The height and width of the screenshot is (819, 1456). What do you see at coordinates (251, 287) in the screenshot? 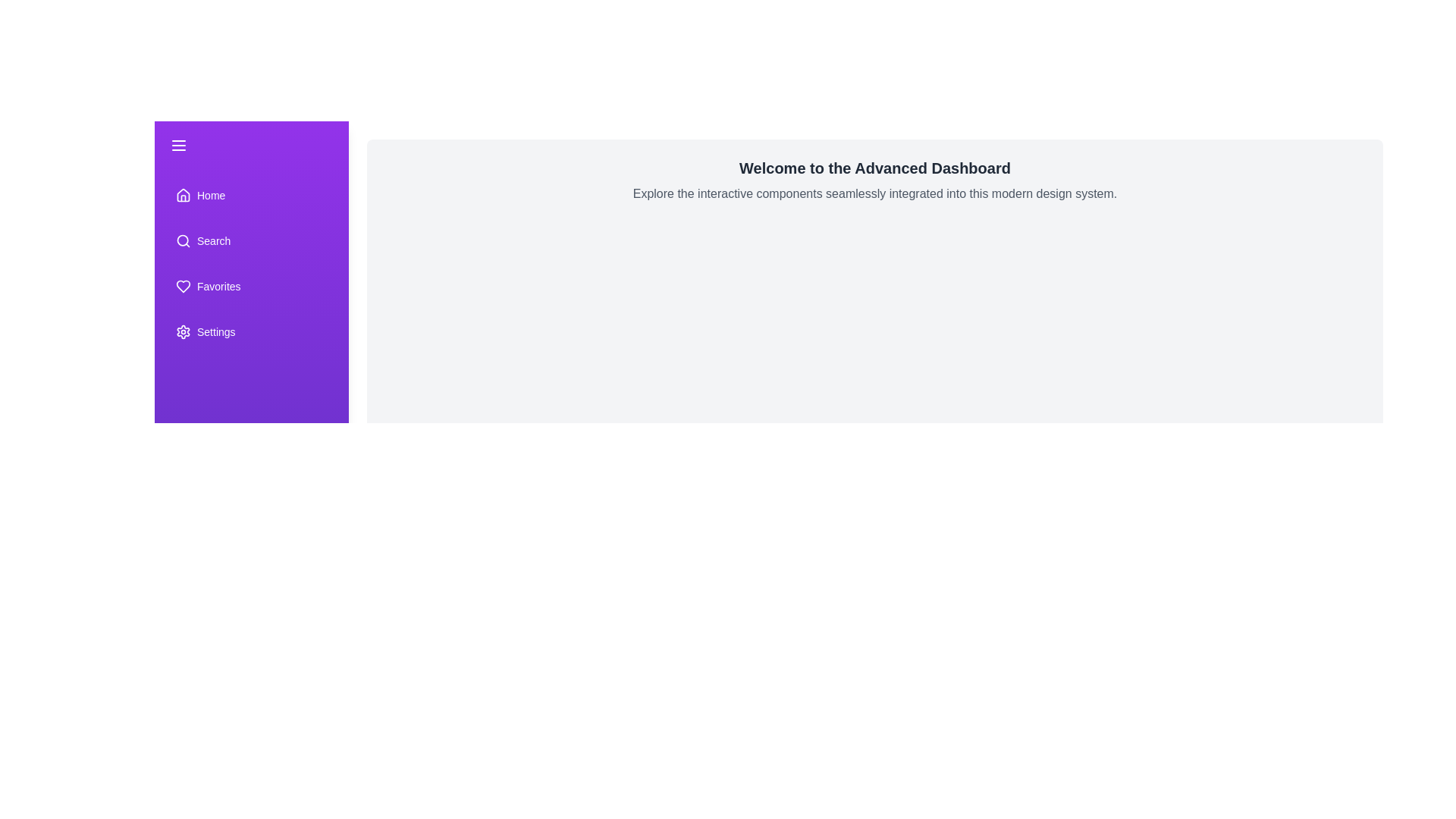
I see `the 'Favorites' menu item in the drawer` at bounding box center [251, 287].